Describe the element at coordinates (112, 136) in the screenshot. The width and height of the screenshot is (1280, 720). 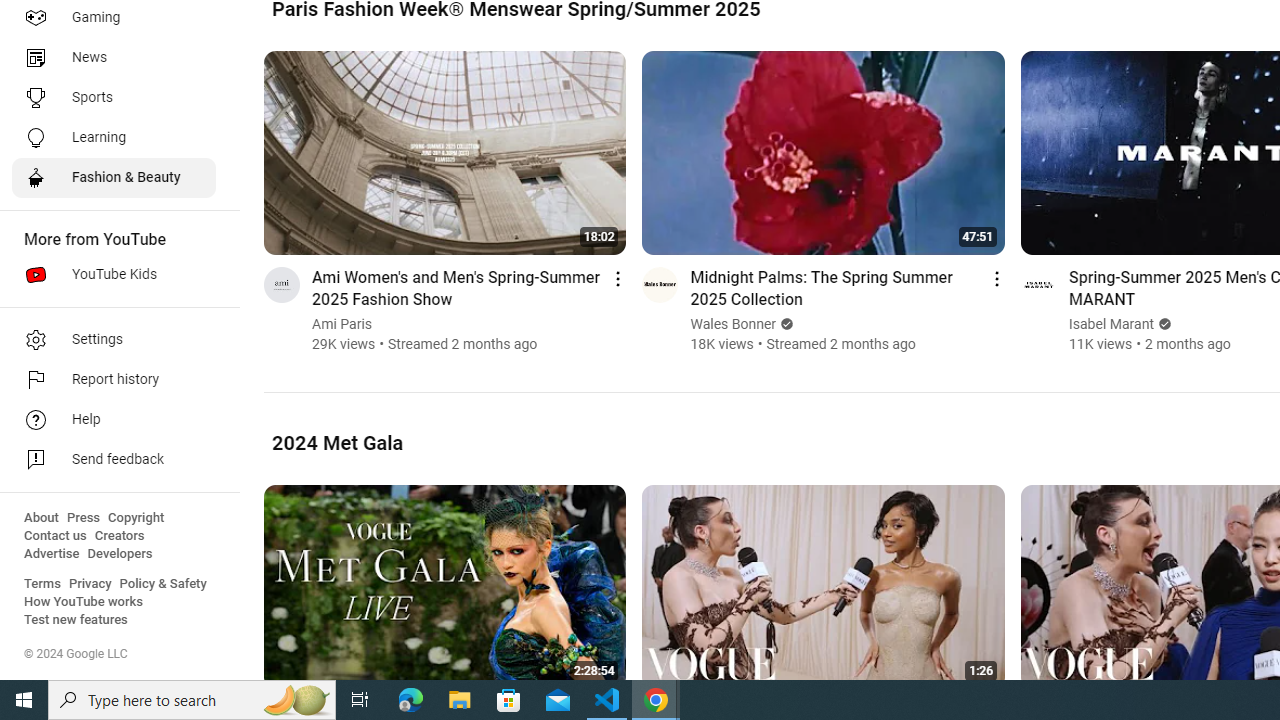
I see `'Learning'` at that location.